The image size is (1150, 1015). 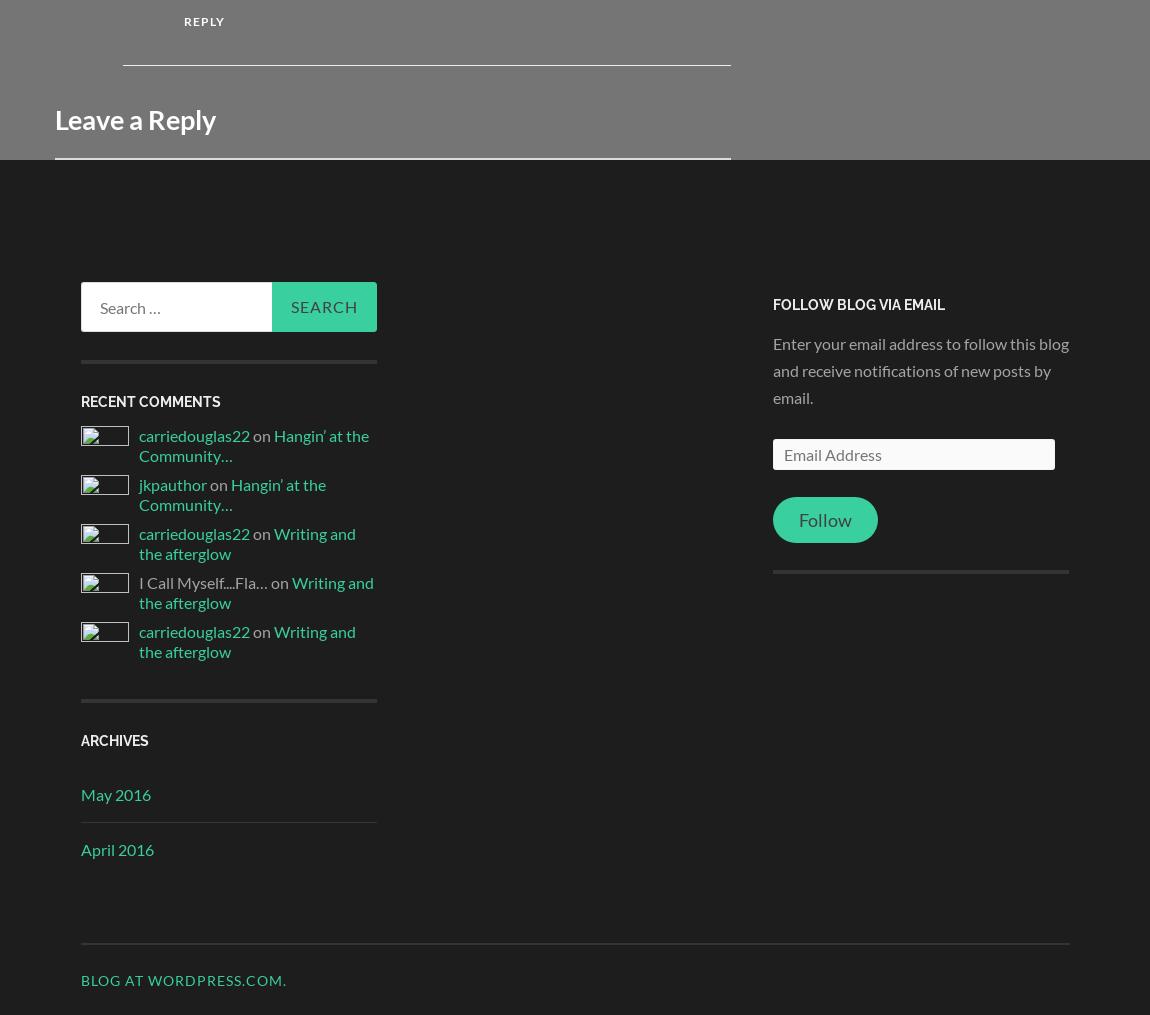 What do you see at coordinates (115, 849) in the screenshot?
I see `'April 2016'` at bounding box center [115, 849].